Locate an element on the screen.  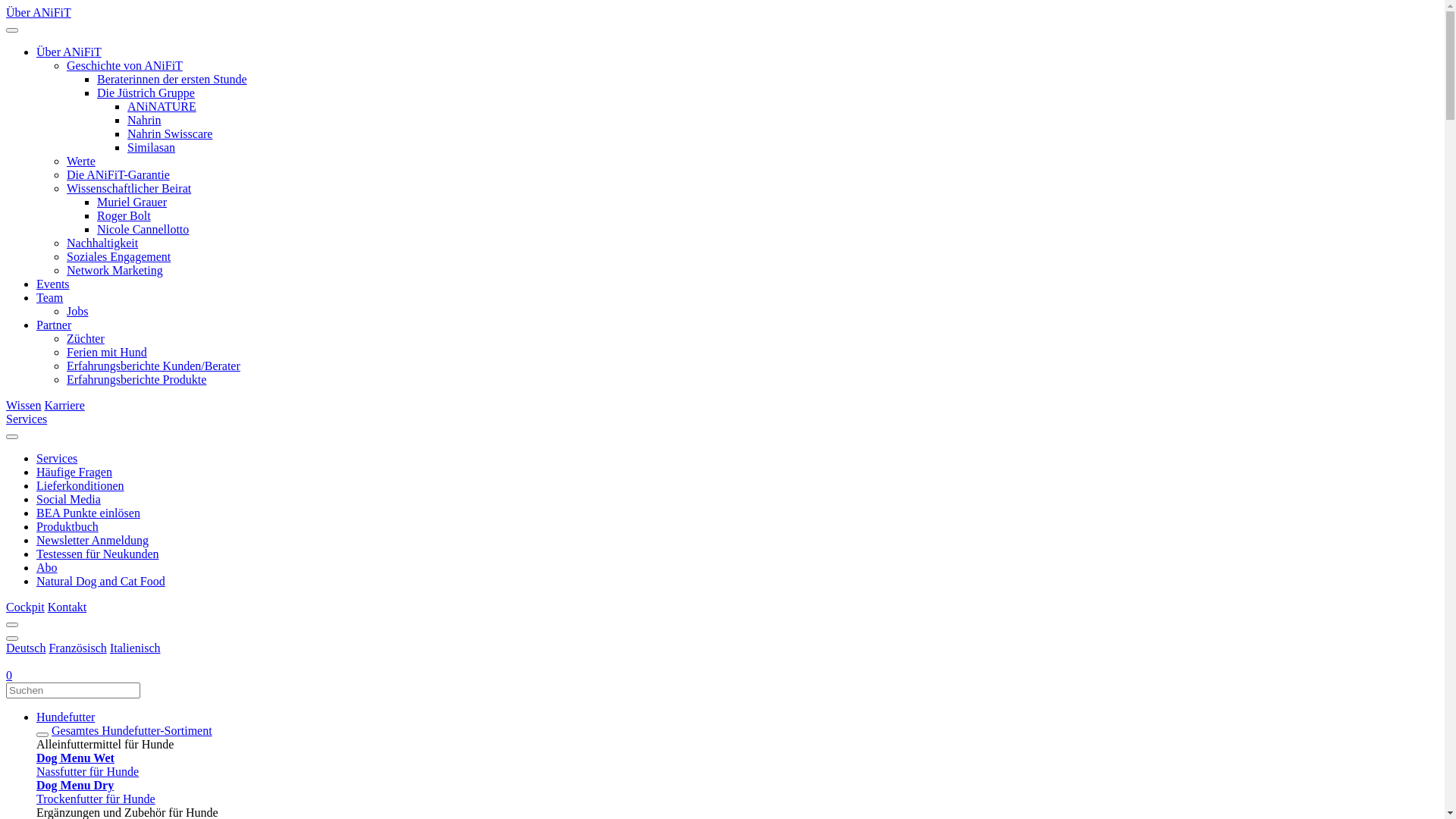
'Jobs' is located at coordinates (76, 310).